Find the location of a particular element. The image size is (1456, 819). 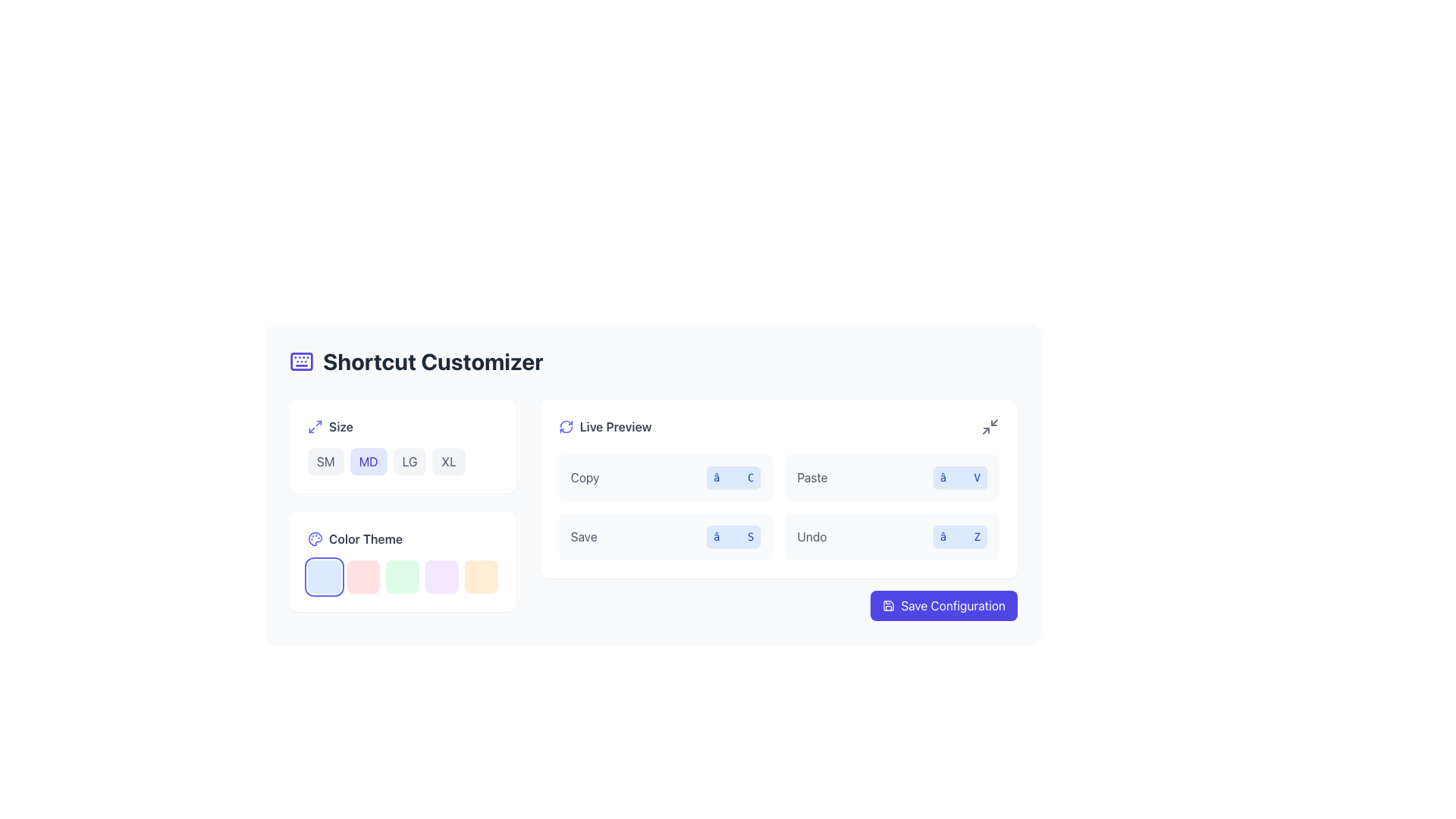

the curved line that forms the bottom-right segment of the refresh icon in the application's header bar is located at coordinates (565, 429).